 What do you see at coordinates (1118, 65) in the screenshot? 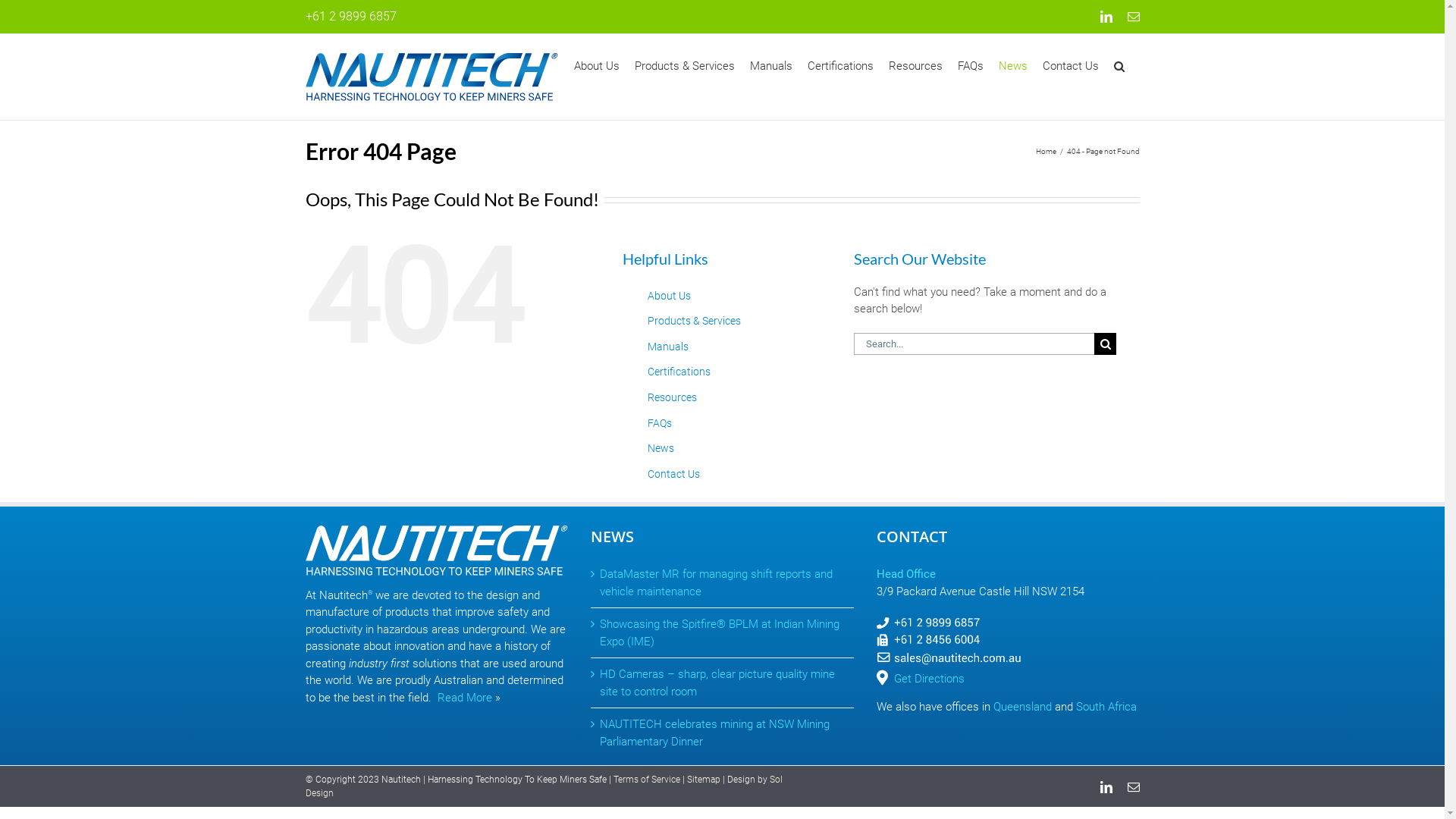
I see `'Search'` at bounding box center [1118, 65].